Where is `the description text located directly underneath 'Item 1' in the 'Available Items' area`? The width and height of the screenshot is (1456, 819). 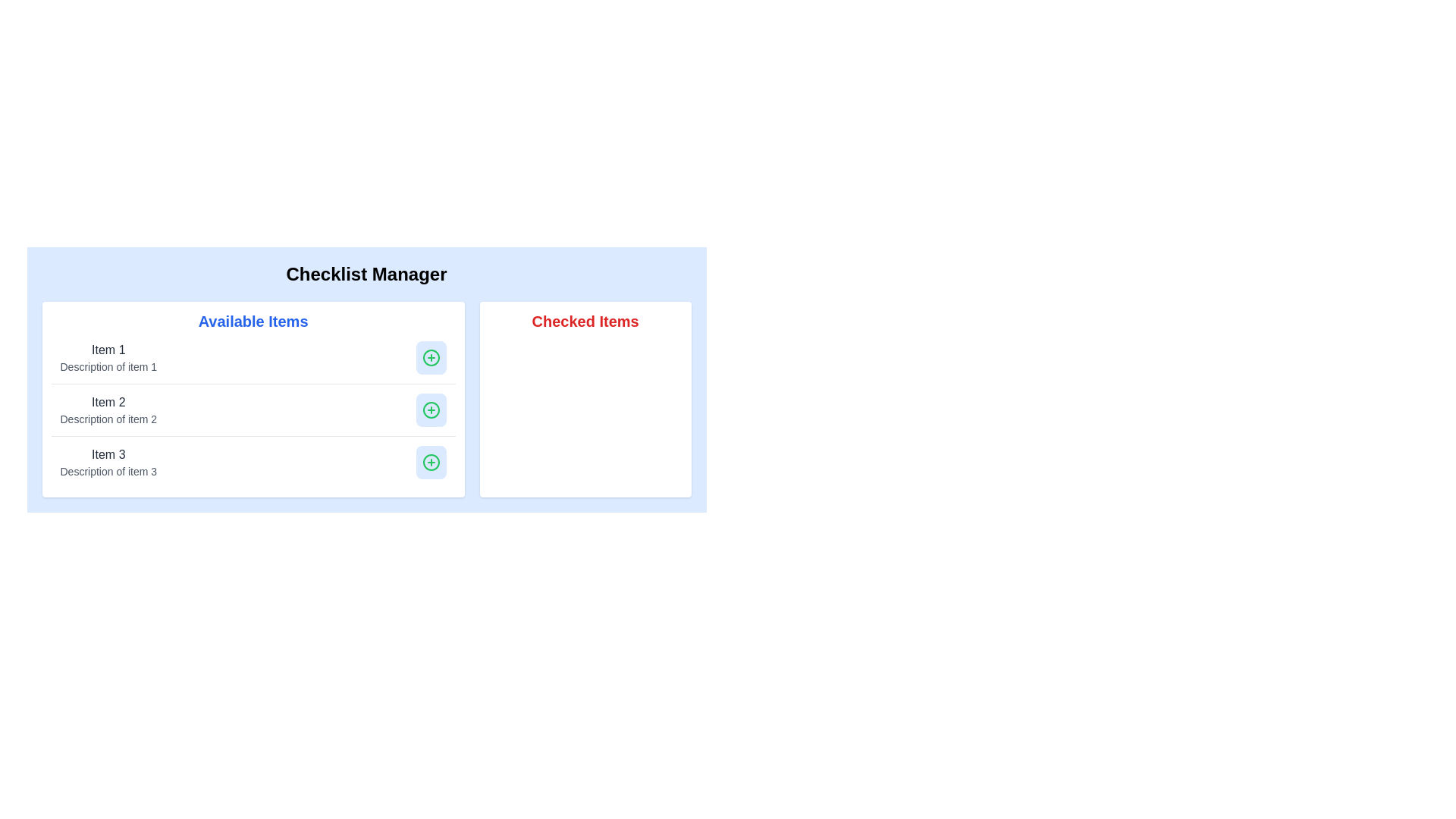 the description text located directly underneath 'Item 1' in the 'Available Items' area is located at coordinates (108, 366).